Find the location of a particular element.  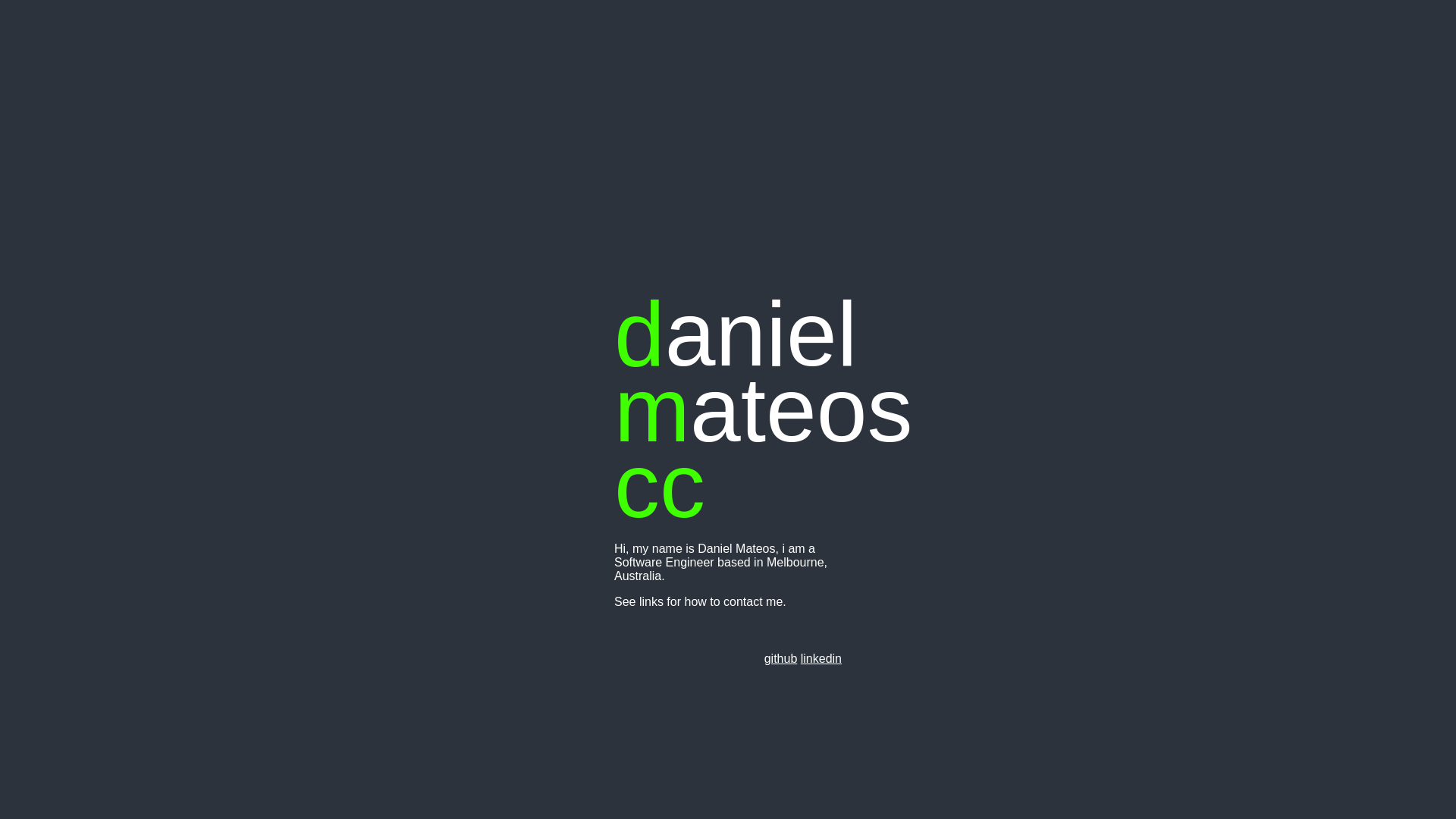

'github' is located at coordinates (781, 657).